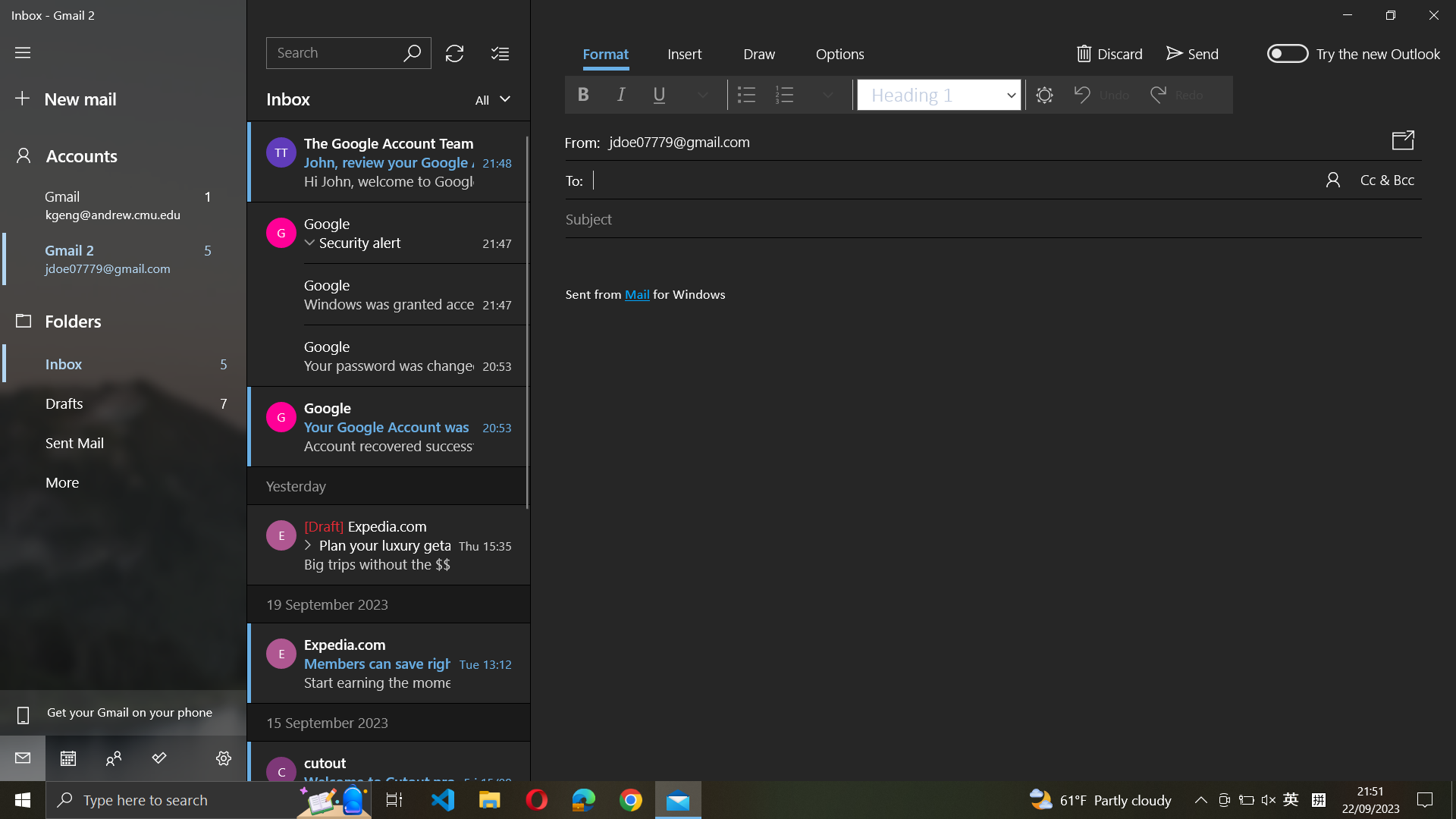 The image size is (1456, 819). Describe the element at coordinates (453, 52) in the screenshot. I see `Renew the contents of inbox` at that location.